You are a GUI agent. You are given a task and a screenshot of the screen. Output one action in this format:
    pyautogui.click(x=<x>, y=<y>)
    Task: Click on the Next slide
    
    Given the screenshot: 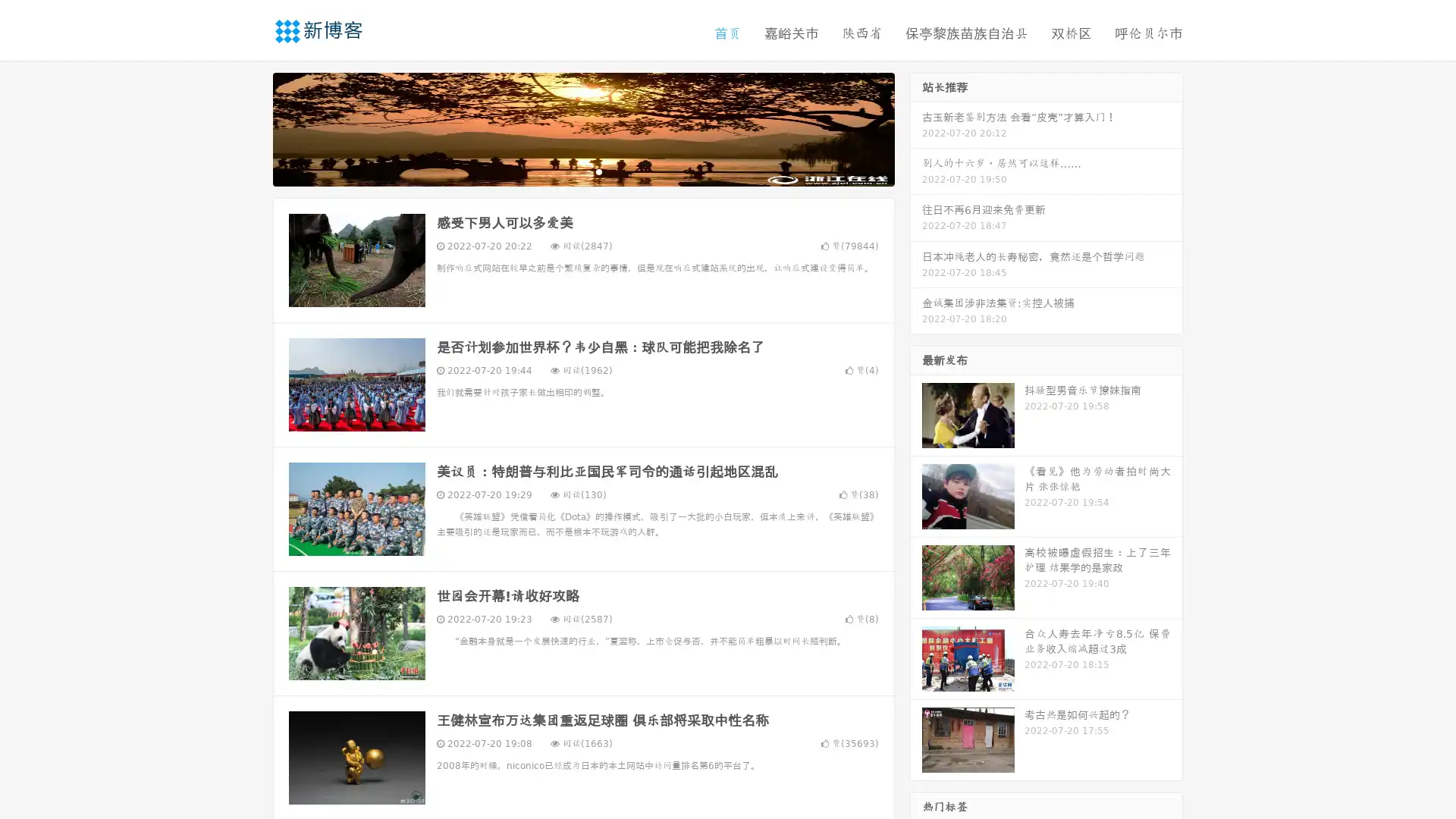 What is the action you would take?
    pyautogui.click(x=916, y=127)
    